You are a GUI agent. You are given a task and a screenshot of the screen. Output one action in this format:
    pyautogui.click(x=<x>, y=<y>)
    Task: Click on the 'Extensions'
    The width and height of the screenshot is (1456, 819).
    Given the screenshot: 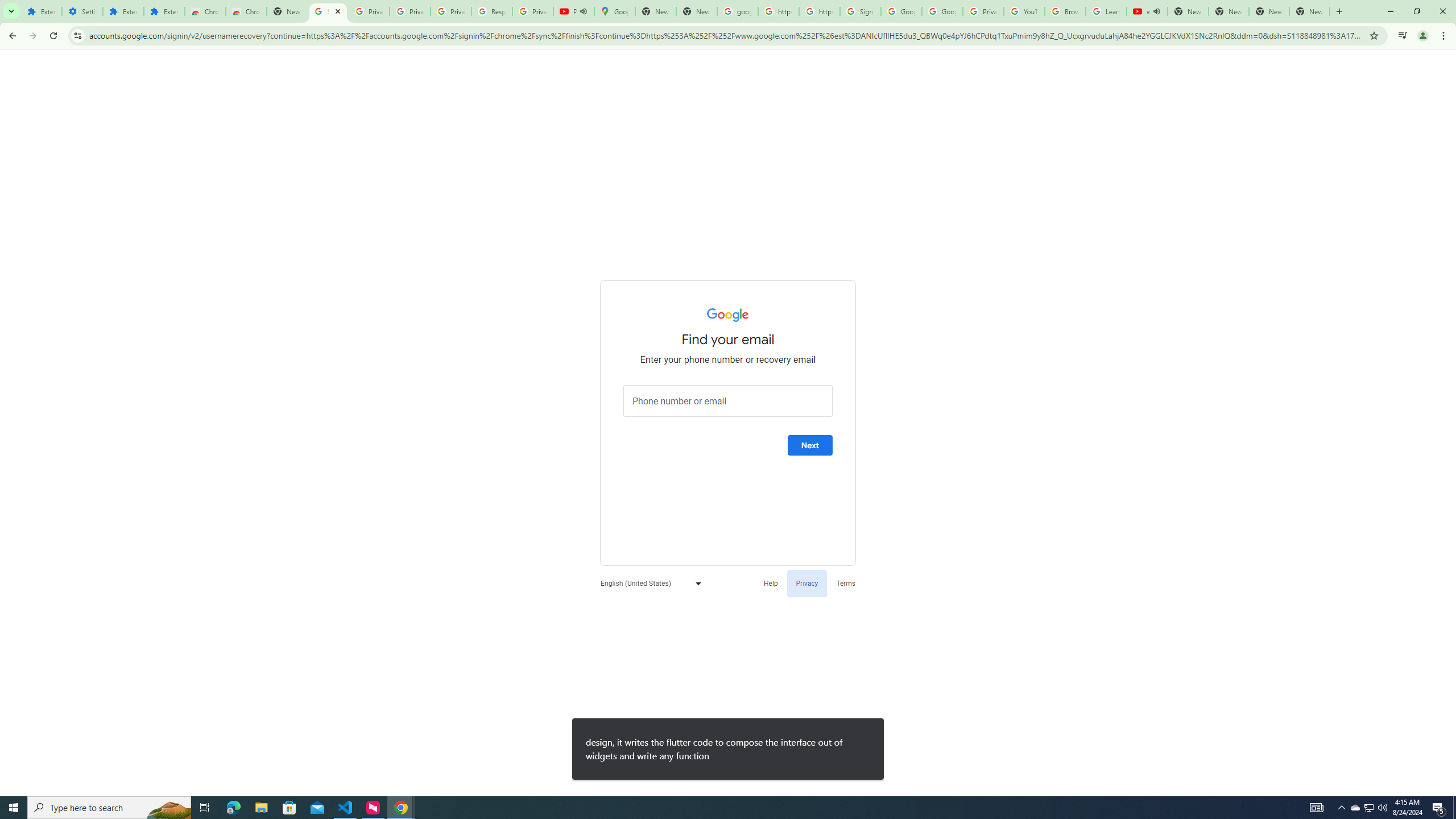 What is the action you would take?
    pyautogui.click(x=41, y=11)
    